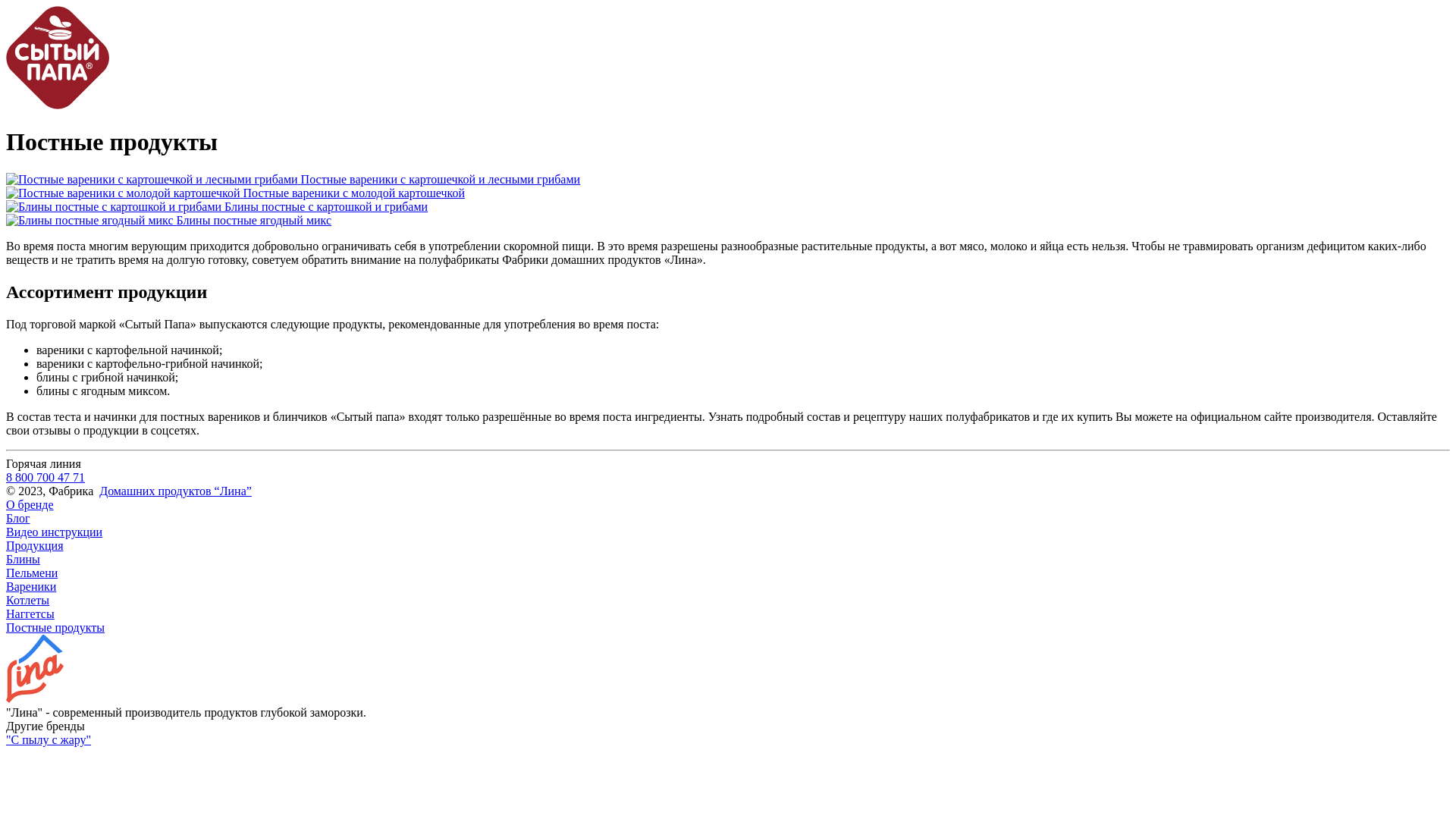 The image size is (1456, 819). What do you see at coordinates (45, 476) in the screenshot?
I see `'8 800 700 47 71'` at bounding box center [45, 476].